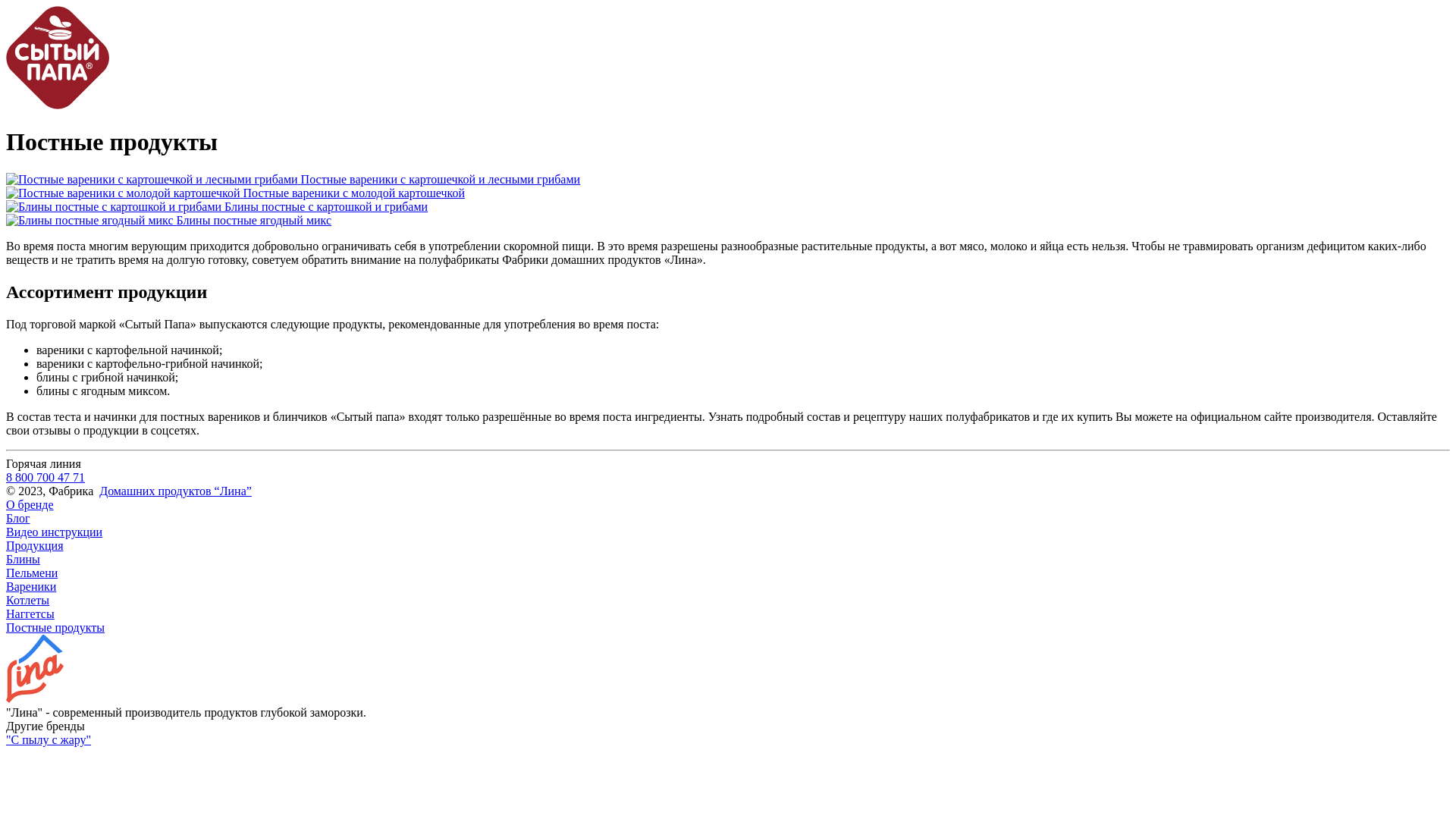 The image size is (1456, 819). What do you see at coordinates (45, 476) in the screenshot?
I see `'8 800 700 47 71'` at bounding box center [45, 476].